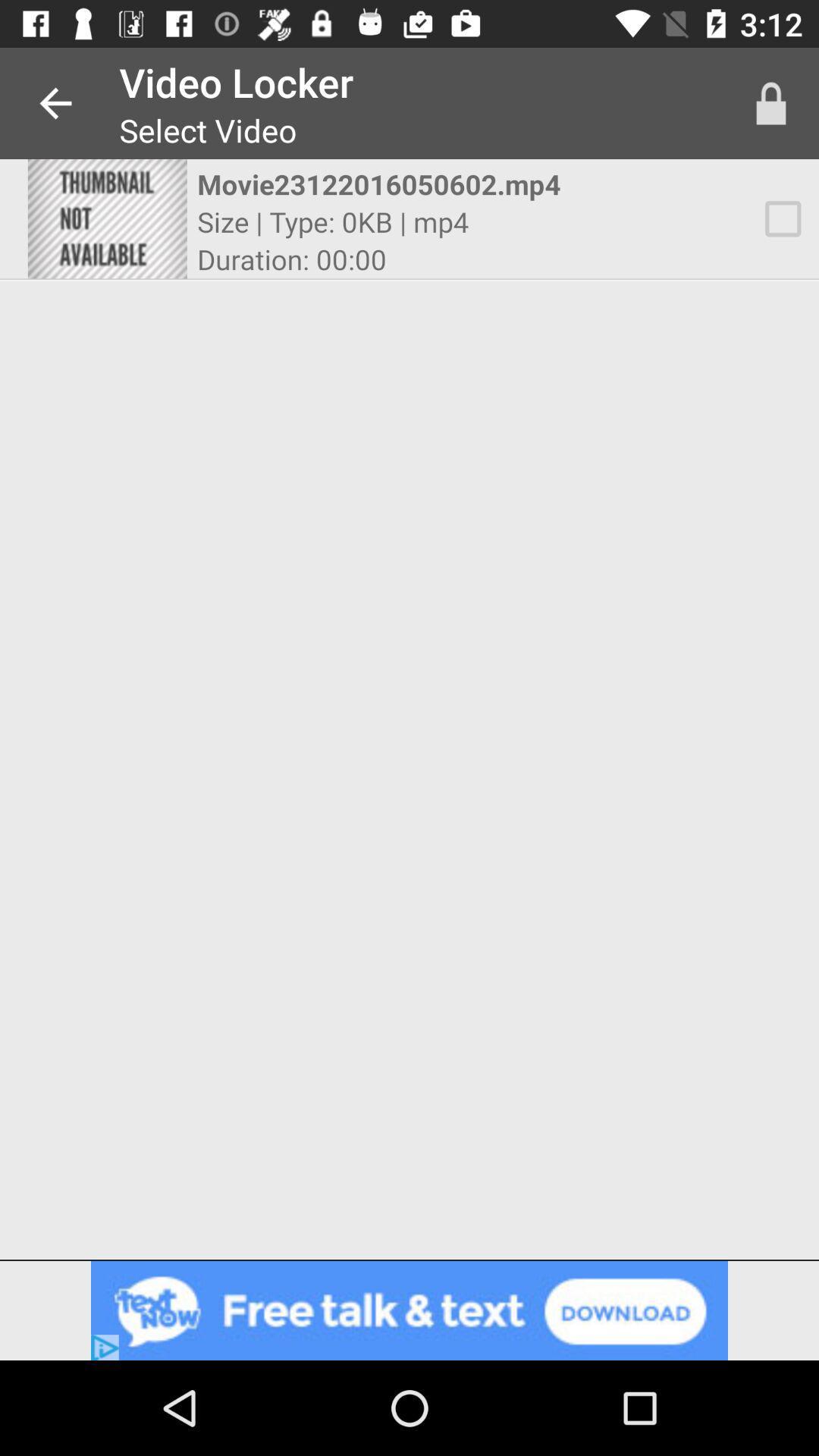 Image resolution: width=819 pixels, height=1456 pixels. I want to click on the item to the left of movie23122016050602.mp4 item, so click(106, 218).